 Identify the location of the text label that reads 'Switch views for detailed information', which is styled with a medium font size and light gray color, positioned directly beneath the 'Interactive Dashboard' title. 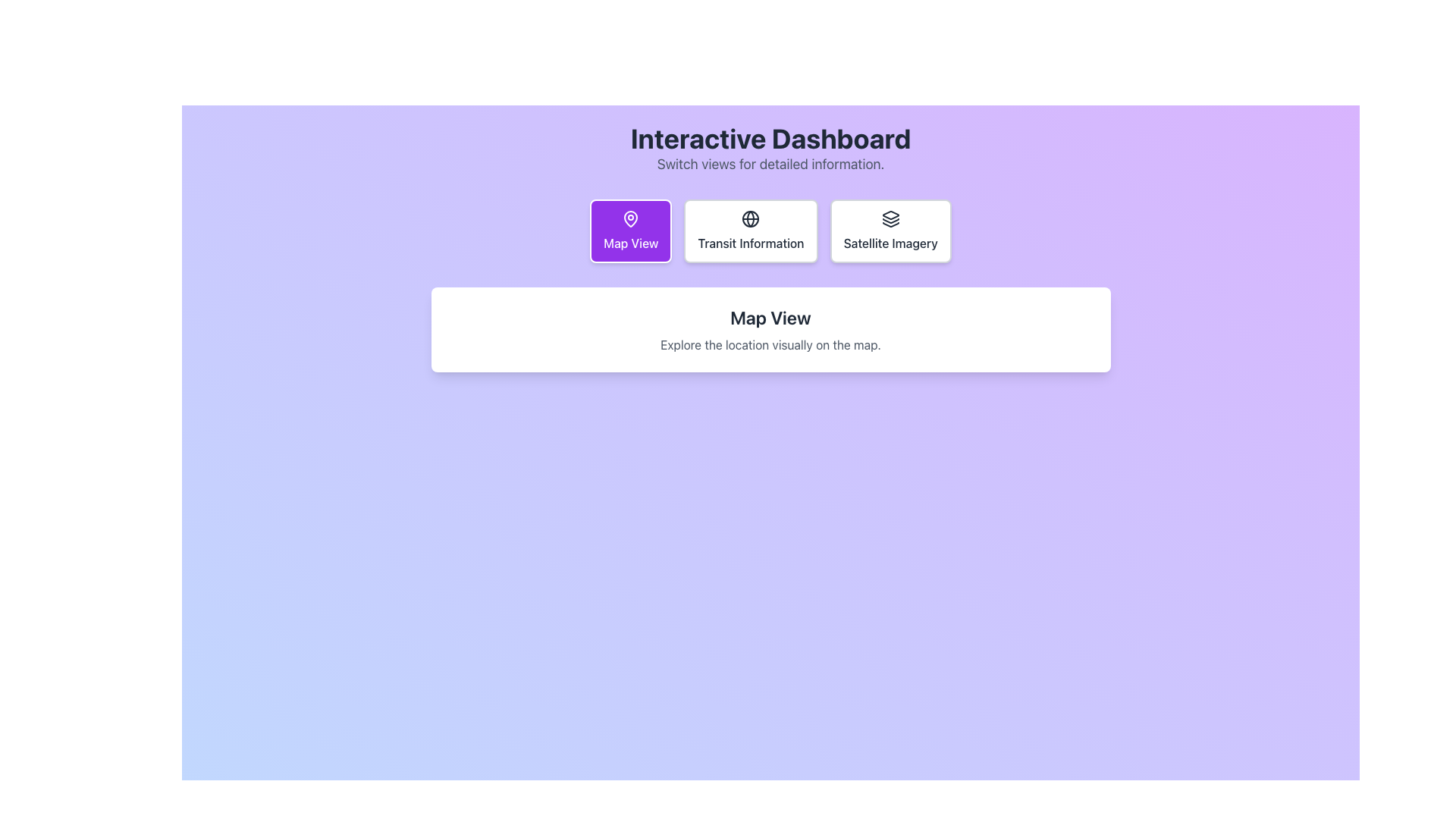
(770, 164).